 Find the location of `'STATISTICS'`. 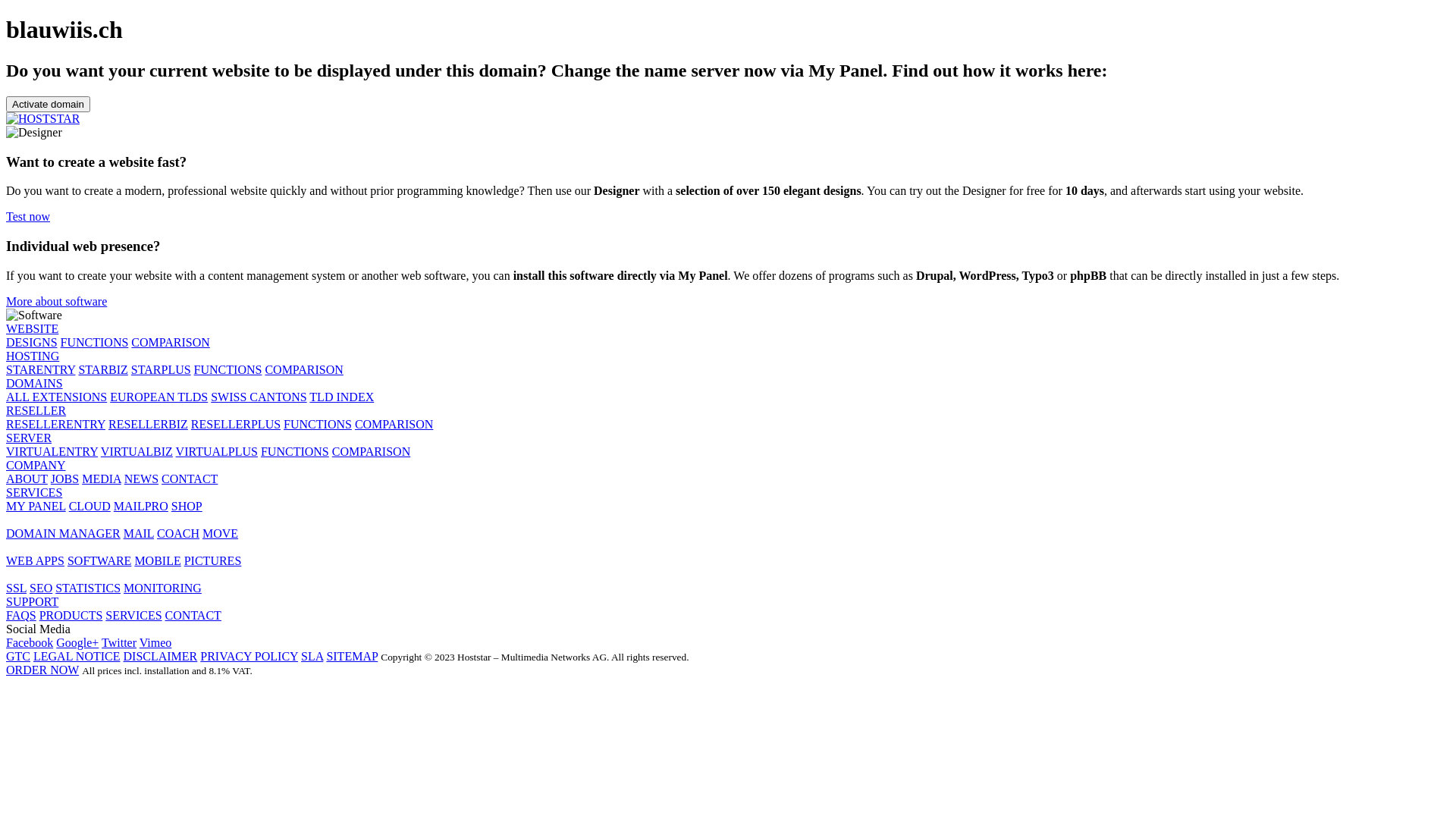

'STATISTICS' is located at coordinates (86, 587).